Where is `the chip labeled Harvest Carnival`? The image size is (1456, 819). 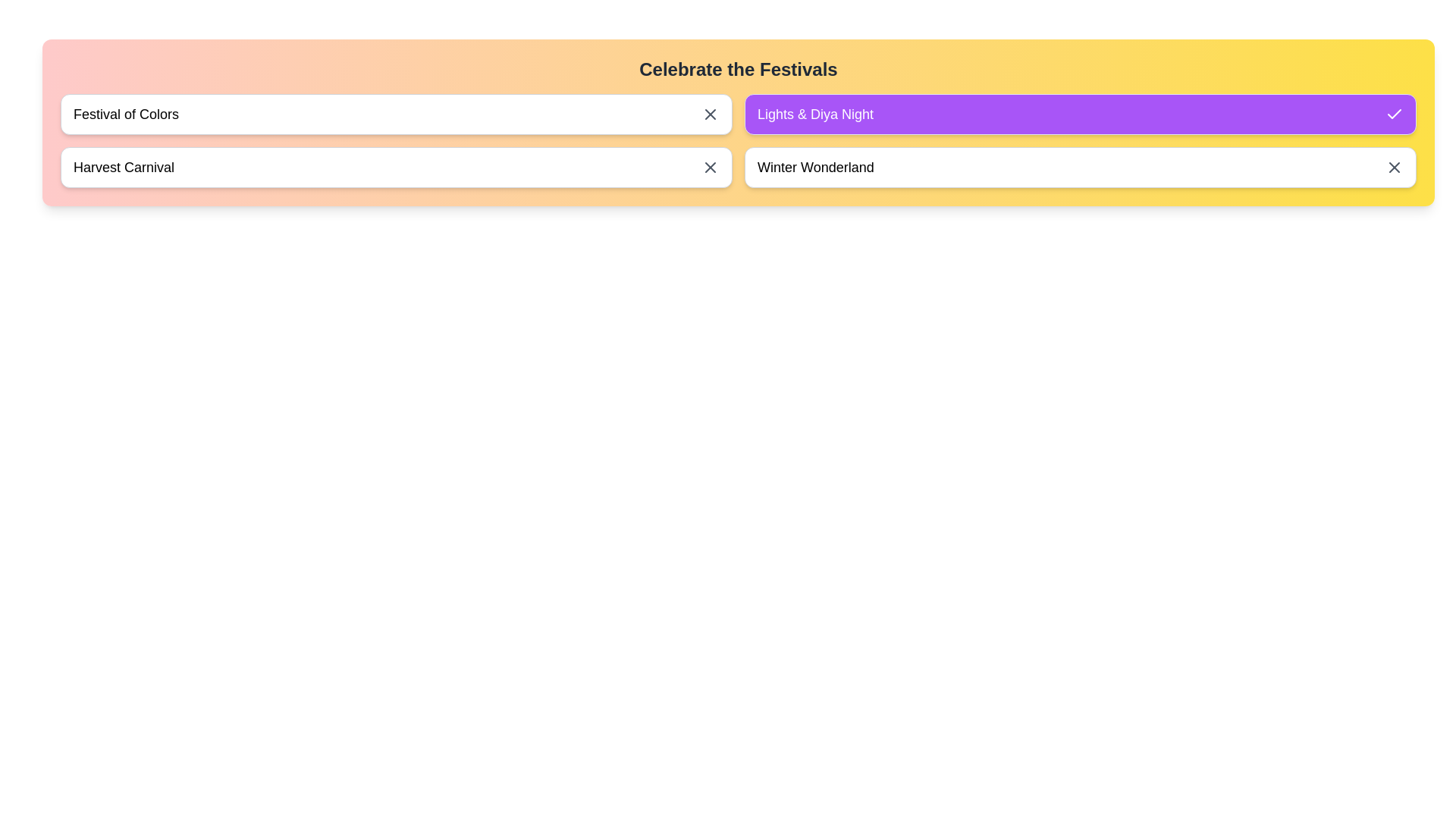
the chip labeled Harvest Carnival is located at coordinates (397, 167).